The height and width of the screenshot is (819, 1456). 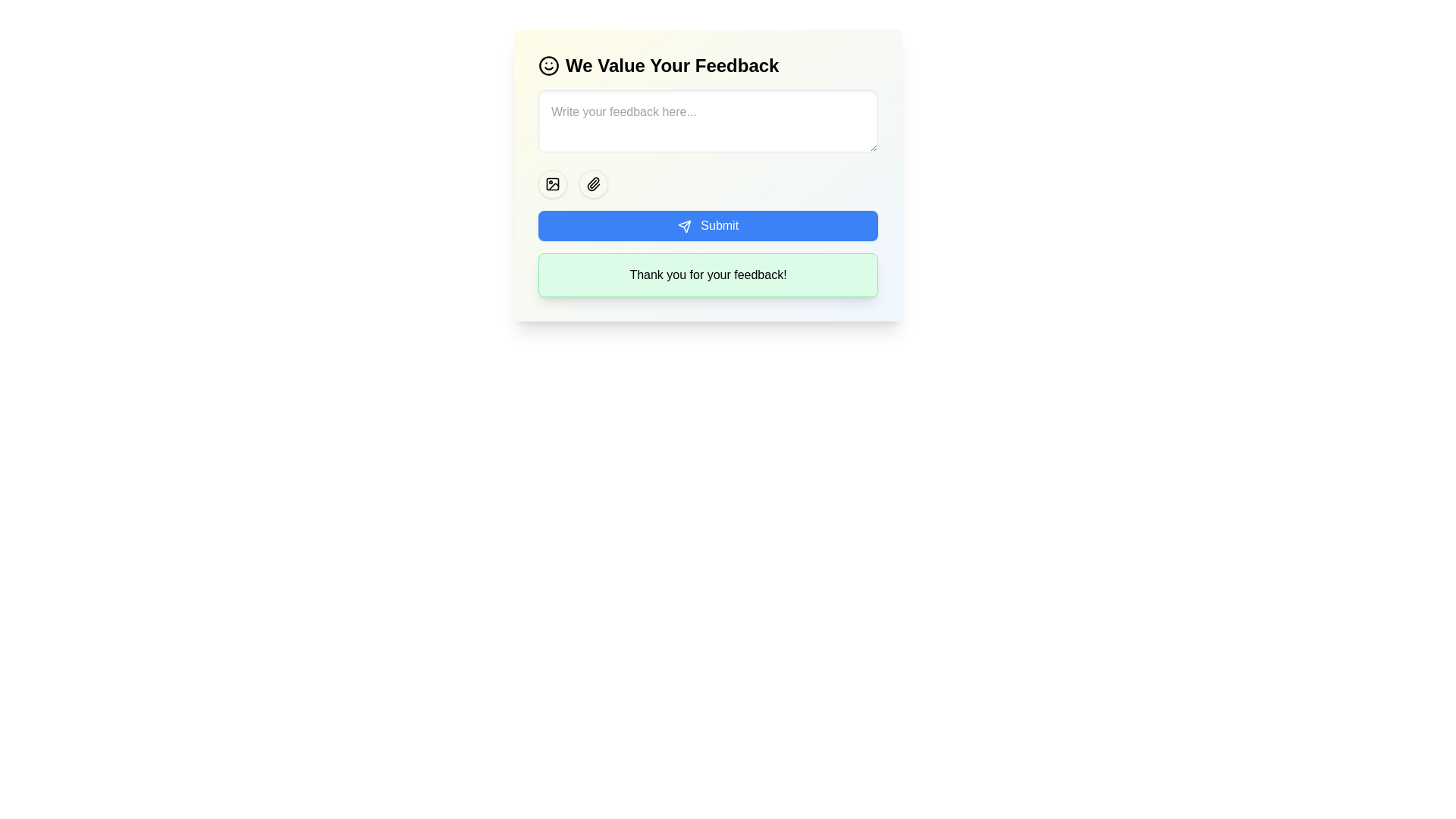 What do you see at coordinates (548, 65) in the screenshot?
I see `the circular SVG icon representing the main structure of the smiley face located at the top-left corner of the feedback form interface, adjacent to the text 'We Value Your Feedback'` at bounding box center [548, 65].